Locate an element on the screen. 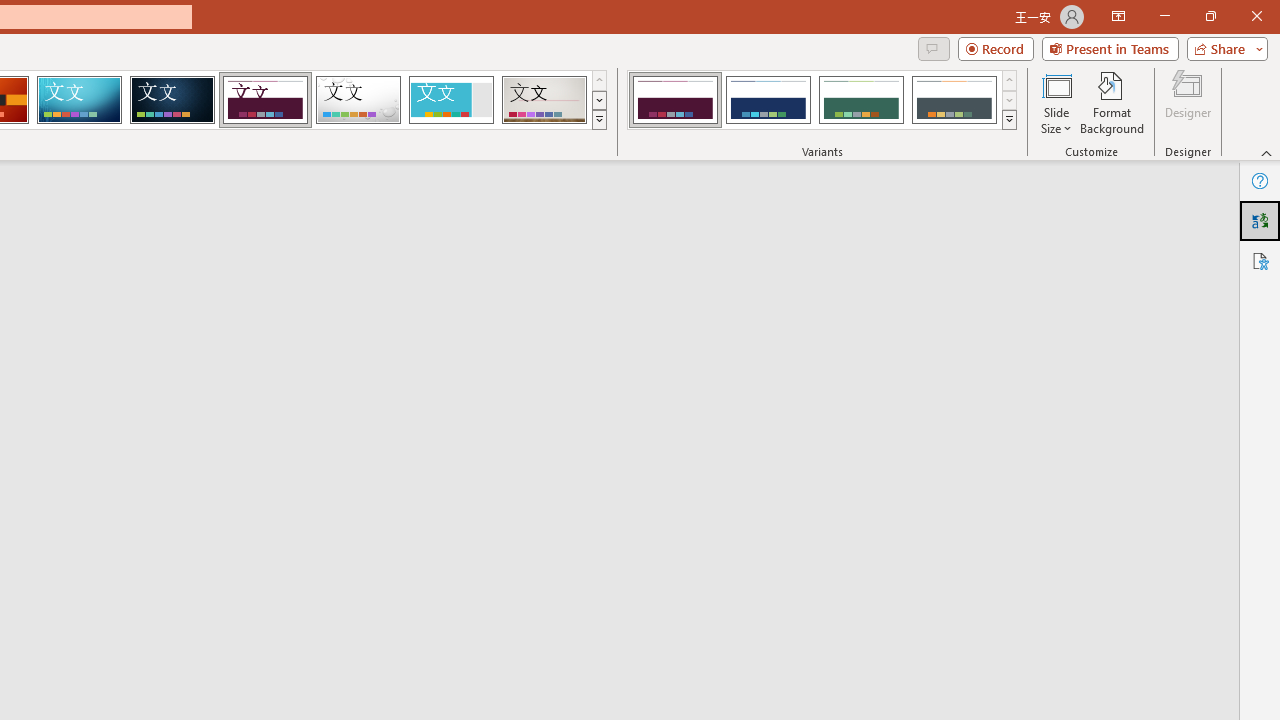 The width and height of the screenshot is (1280, 720). 'Dividend Variant 4' is located at coordinates (953, 100).